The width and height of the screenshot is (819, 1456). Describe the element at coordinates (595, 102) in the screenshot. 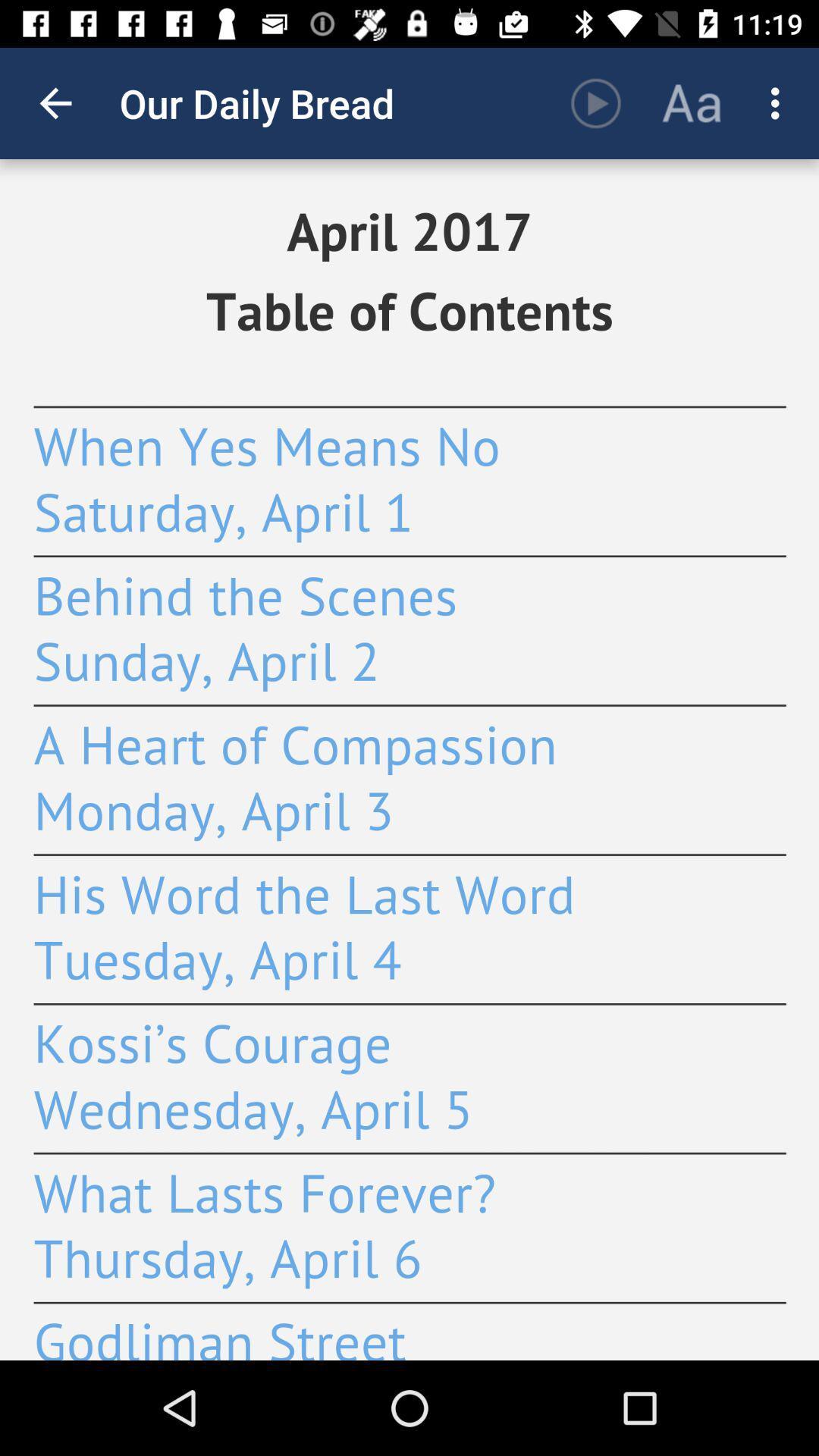

I see `the item next to the our daily bread app` at that location.